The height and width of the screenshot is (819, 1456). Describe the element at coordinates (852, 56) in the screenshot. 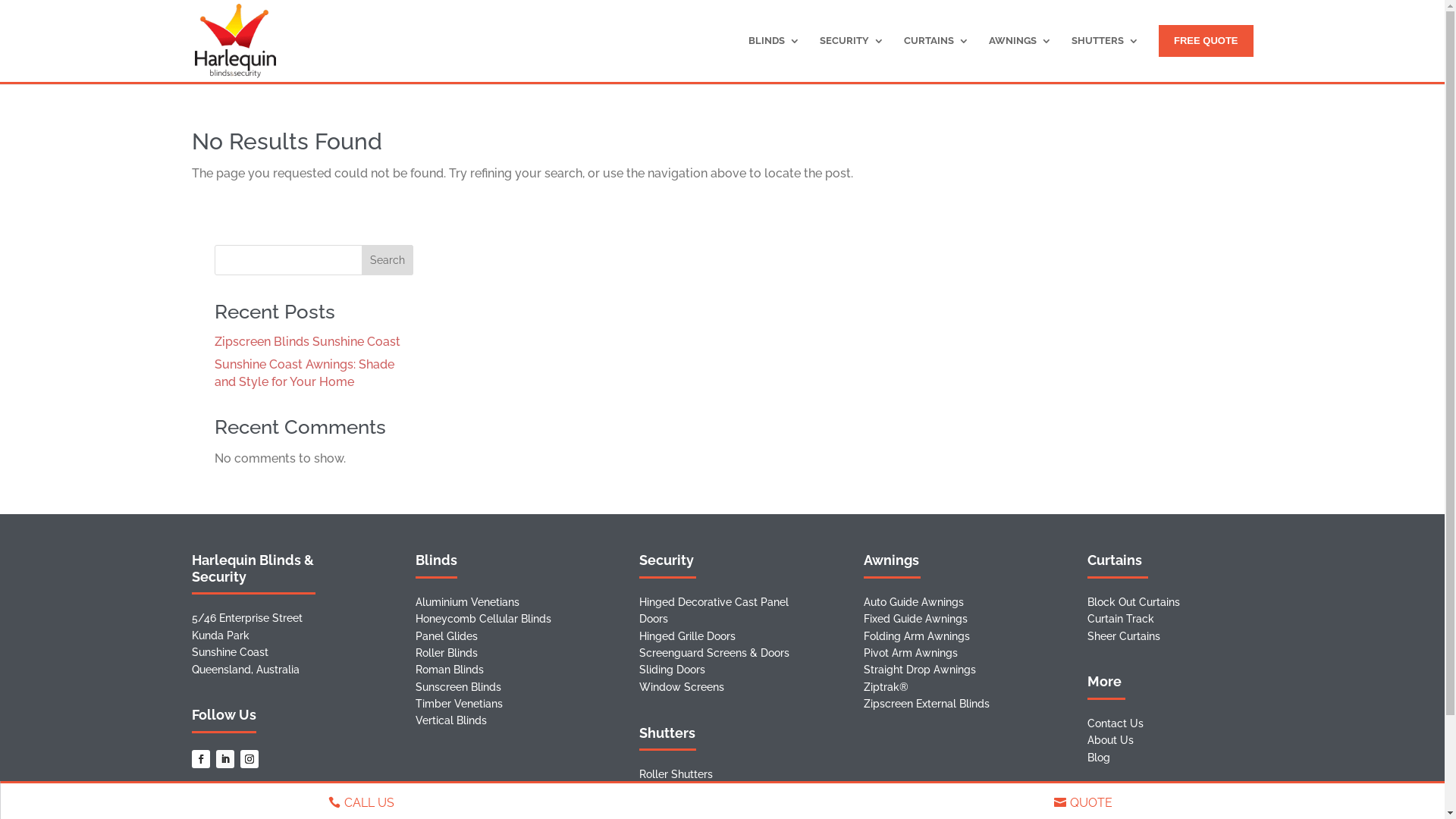

I see `'SECURITY'` at that location.